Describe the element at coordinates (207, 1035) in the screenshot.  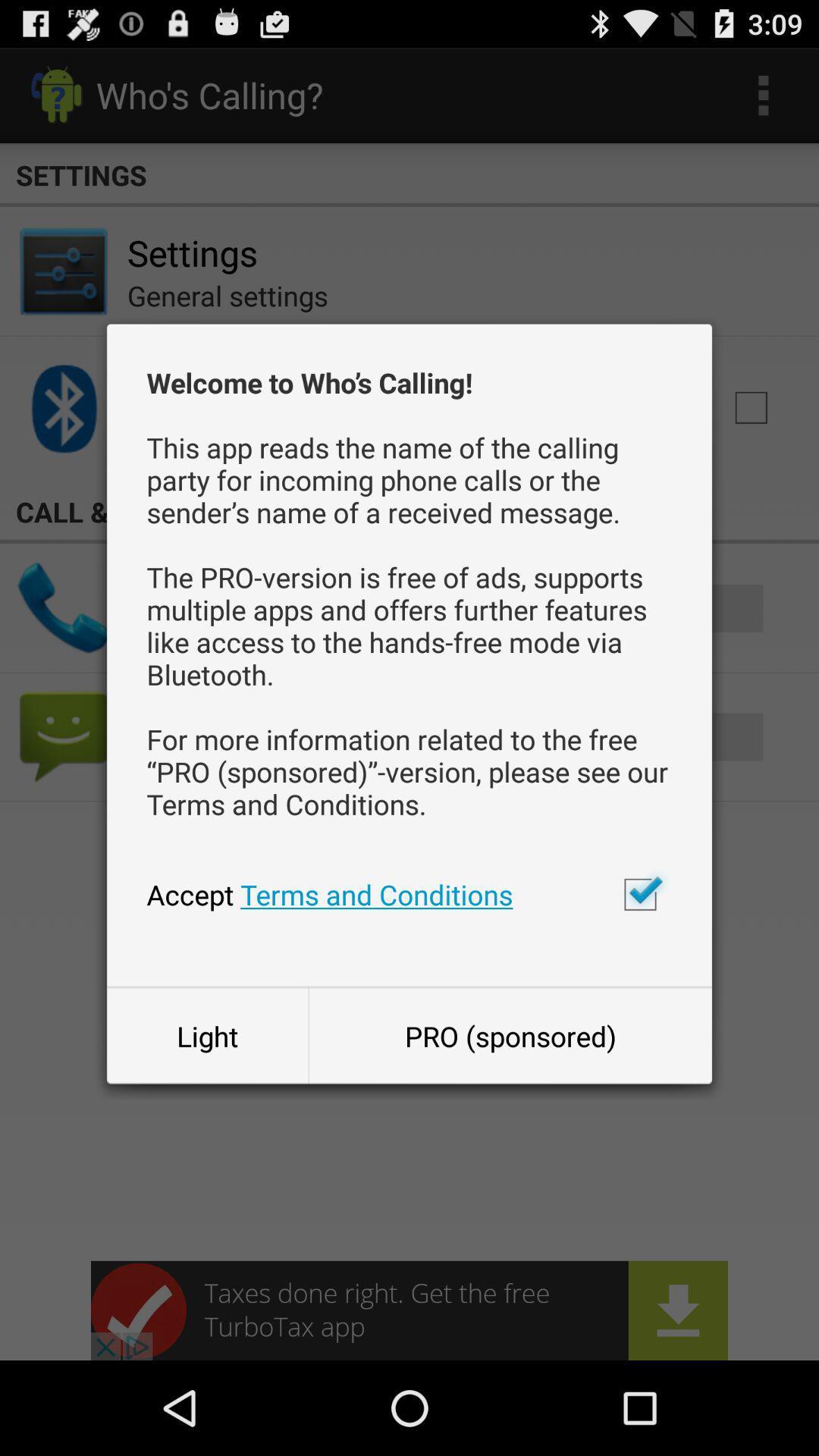
I see `light button` at that location.